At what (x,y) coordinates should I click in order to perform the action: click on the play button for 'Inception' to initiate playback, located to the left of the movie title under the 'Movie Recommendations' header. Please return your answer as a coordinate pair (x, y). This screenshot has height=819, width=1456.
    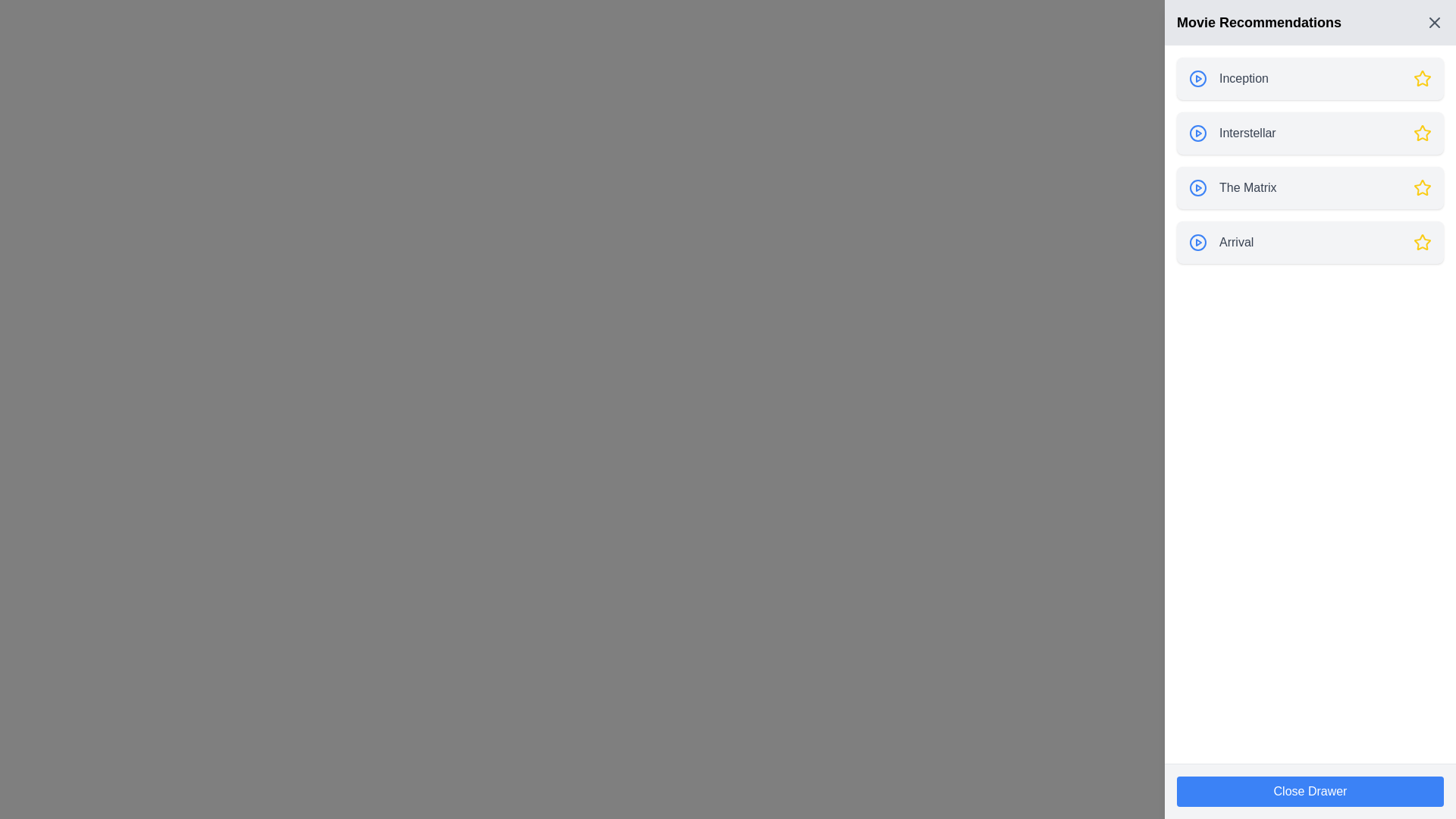
    Looking at the image, I should click on (1197, 79).